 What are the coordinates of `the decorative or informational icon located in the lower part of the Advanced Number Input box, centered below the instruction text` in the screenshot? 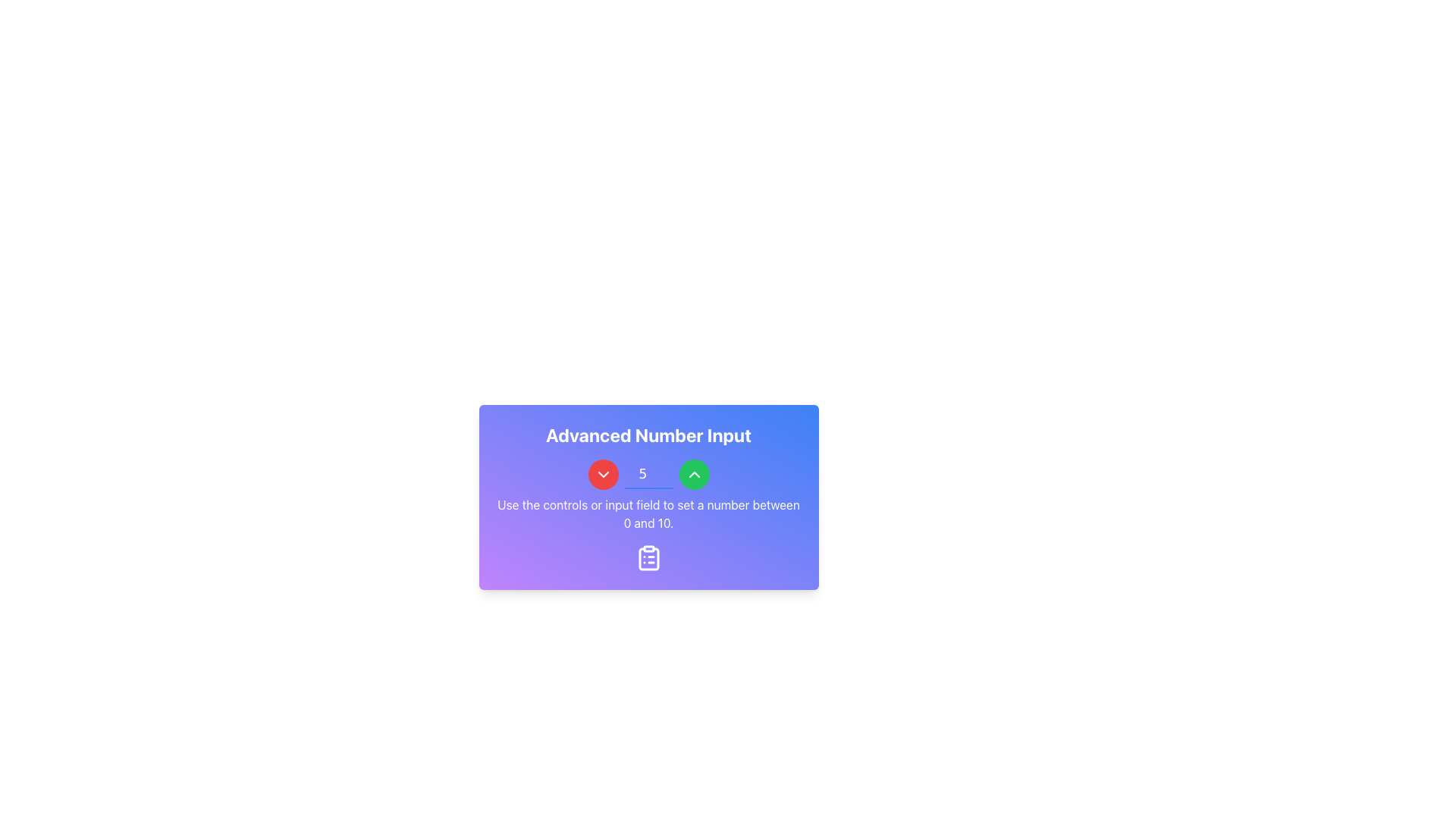 It's located at (648, 558).